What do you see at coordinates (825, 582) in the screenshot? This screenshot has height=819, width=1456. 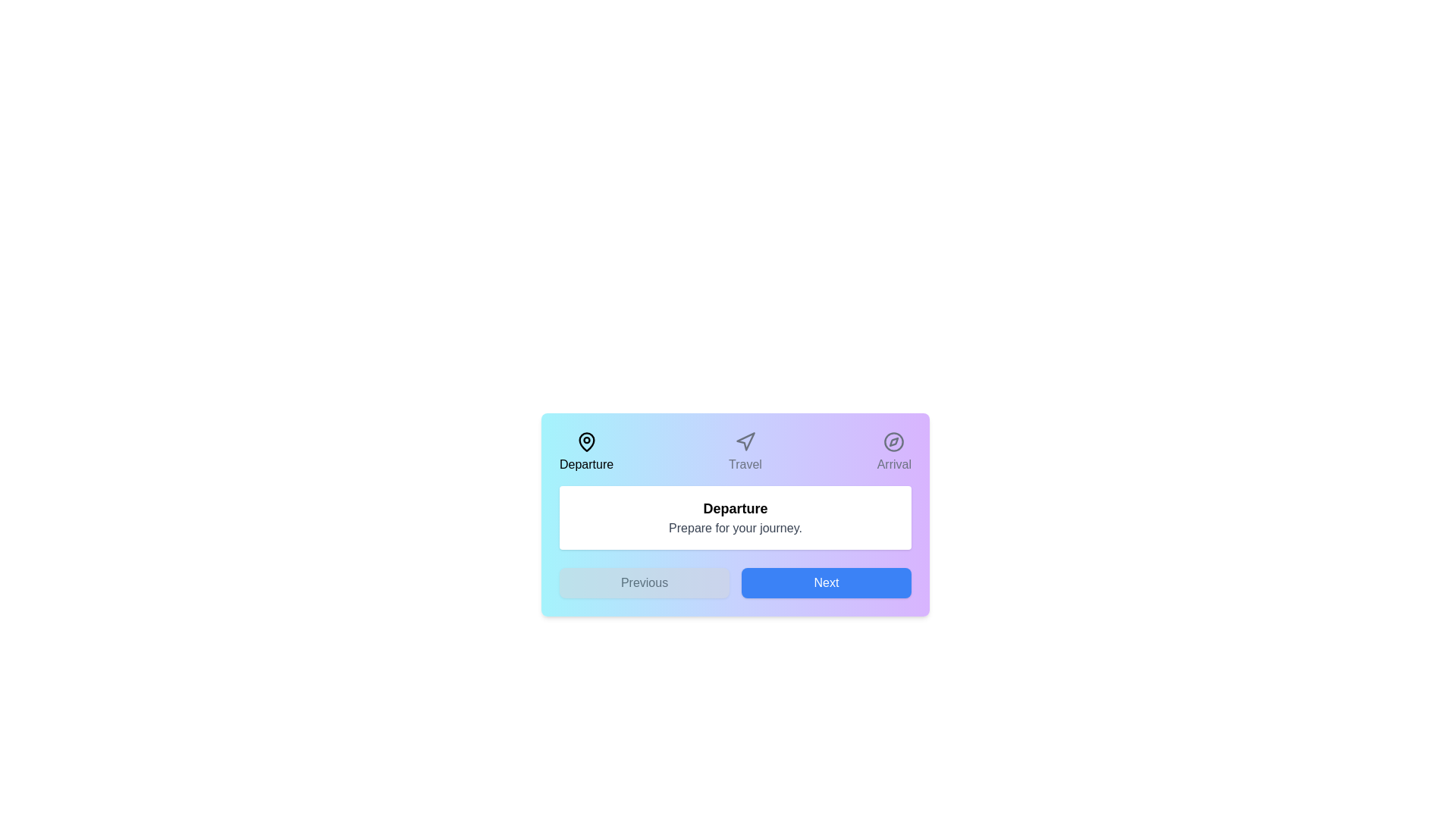 I see `the 'Next' button to navigate to the next step` at bounding box center [825, 582].